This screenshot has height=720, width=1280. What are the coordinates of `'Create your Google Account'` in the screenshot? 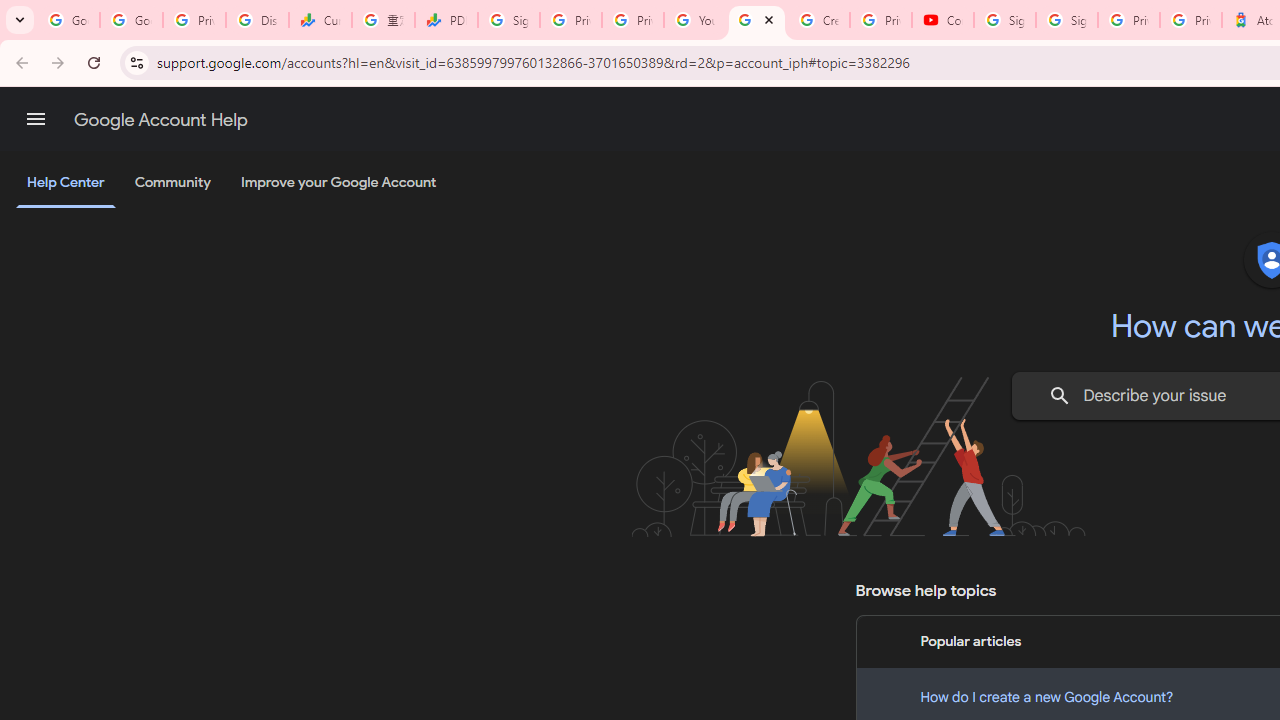 It's located at (819, 20).